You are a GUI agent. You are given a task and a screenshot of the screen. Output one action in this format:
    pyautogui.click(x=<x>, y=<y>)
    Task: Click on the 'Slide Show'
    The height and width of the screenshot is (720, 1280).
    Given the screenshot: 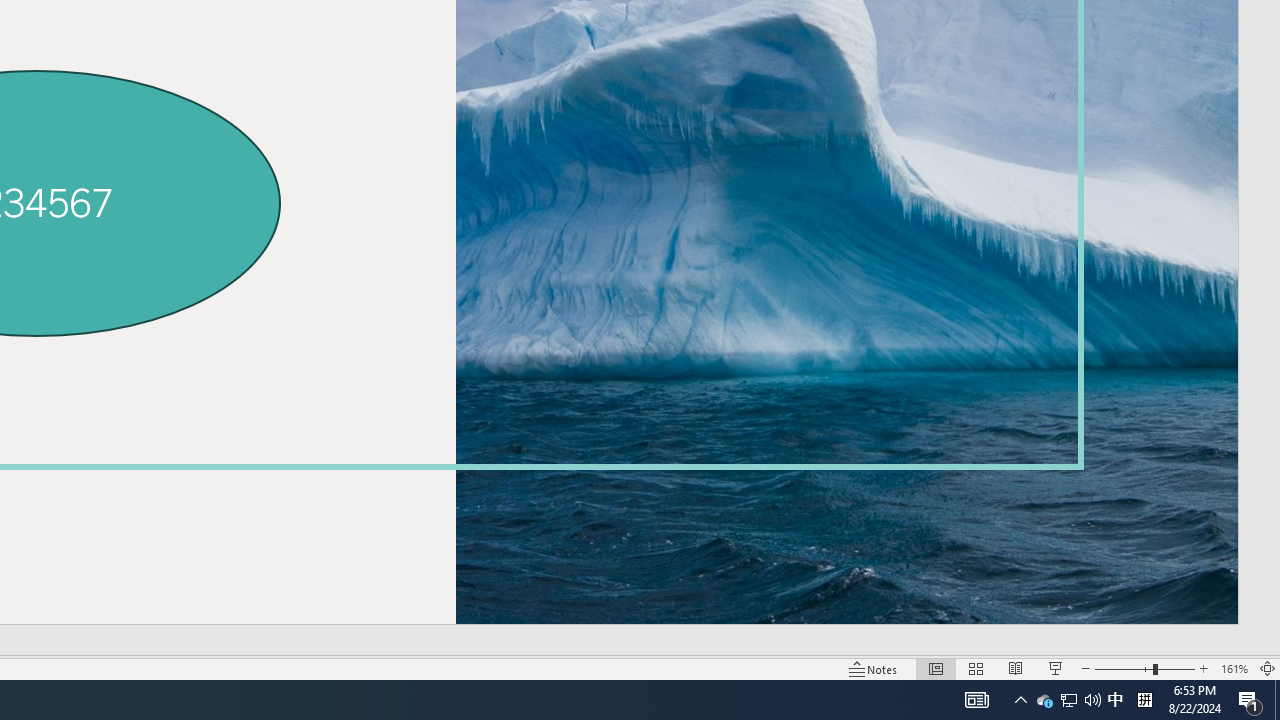 What is the action you would take?
    pyautogui.click(x=1055, y=669)
    